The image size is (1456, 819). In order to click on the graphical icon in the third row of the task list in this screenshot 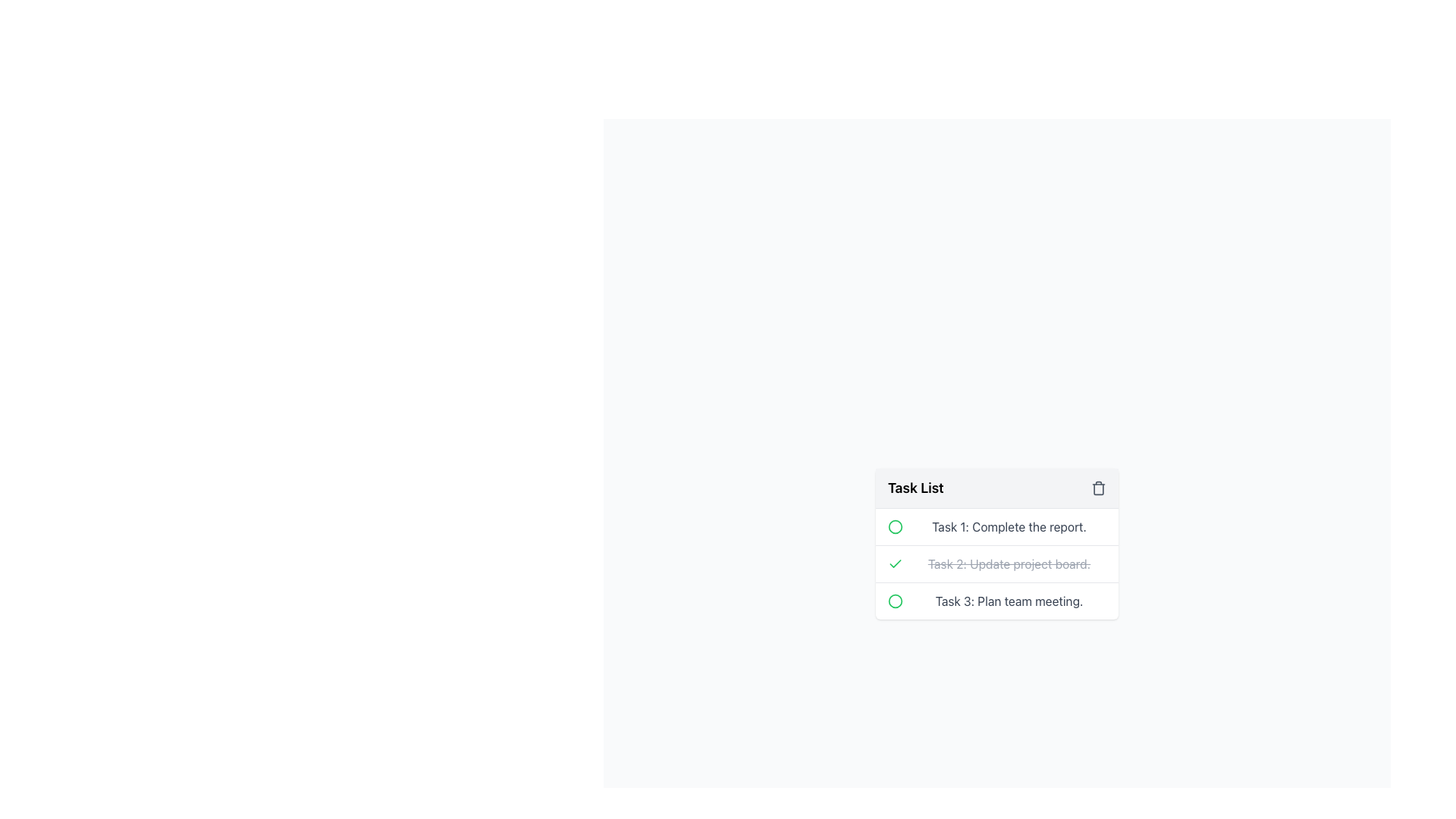, I will do `click(895, 599)`.